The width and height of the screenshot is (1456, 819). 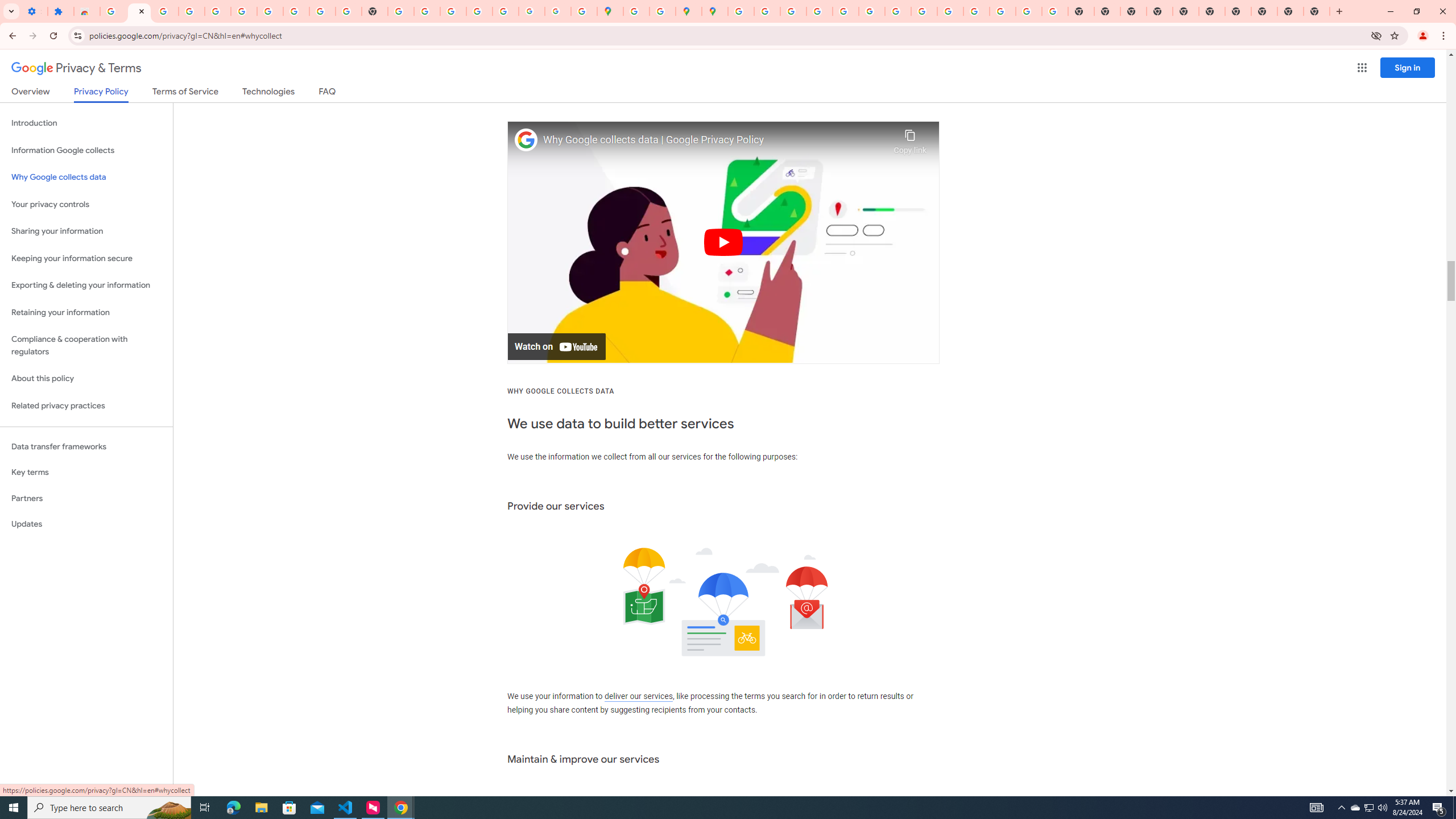 What do you see at coordinates (164, 11) in the screenshot?
I see `'Delete photos & videos - Computer - Google Photos Help'` at bounding box center [164, 11].